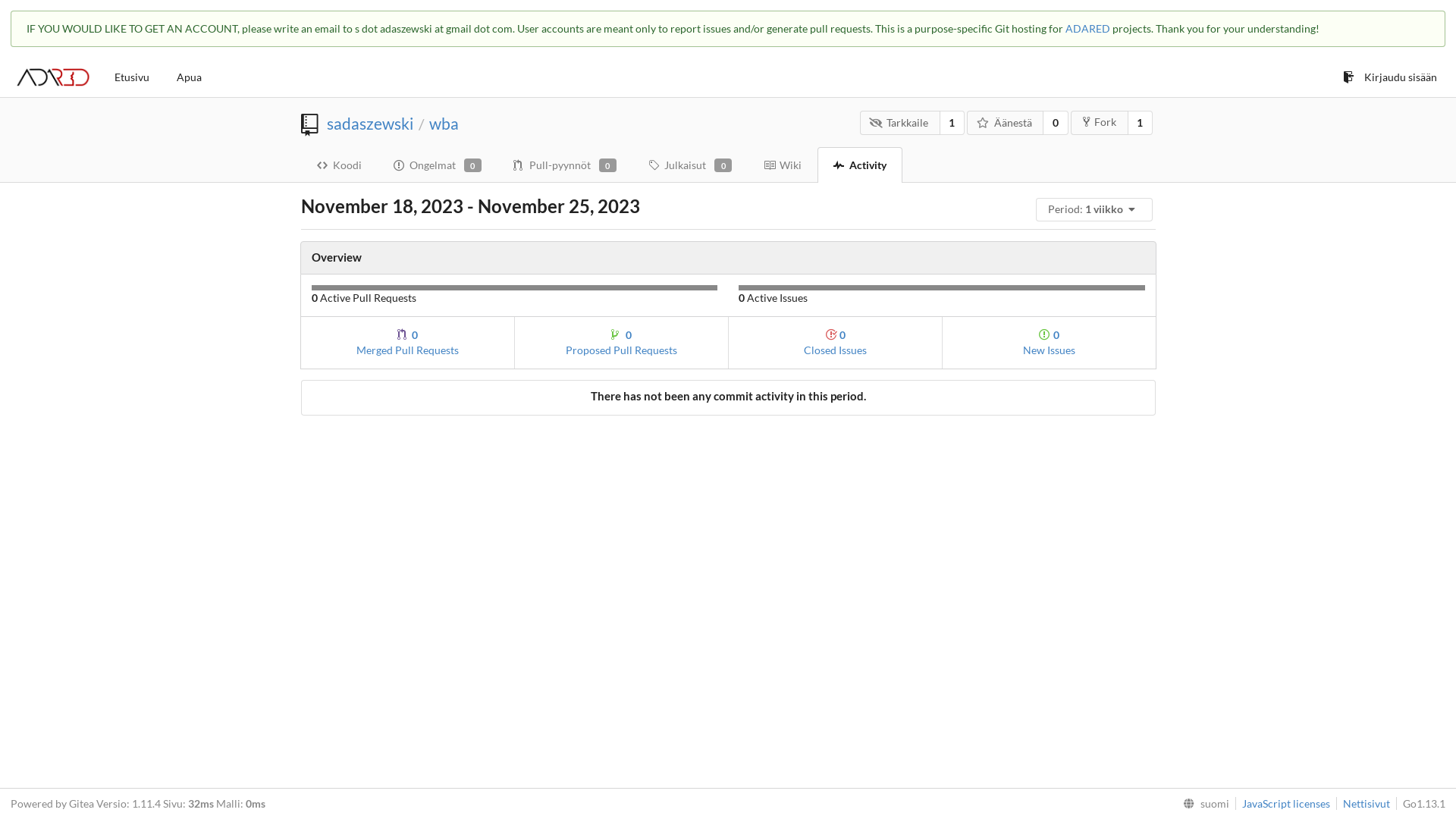  Describe the element at coordinates (1065, 28) in the screenshot. I see `'ADARED'` at that location.